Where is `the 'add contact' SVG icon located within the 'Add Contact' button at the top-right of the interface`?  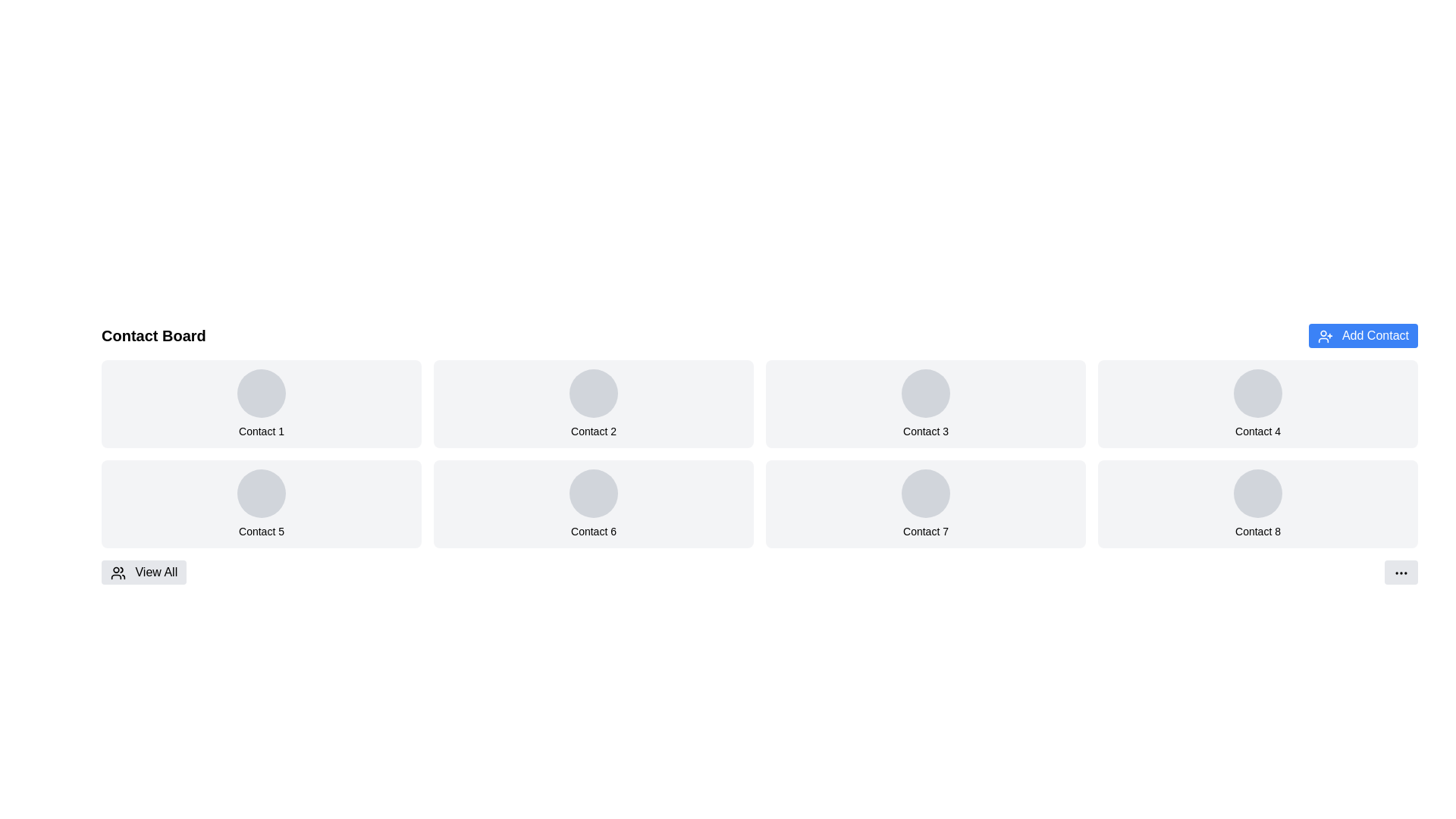
the 'add contact' SVG icon located within the 'Add Contact' button at the top-right of the interface is located at coordinates (1325, 335).